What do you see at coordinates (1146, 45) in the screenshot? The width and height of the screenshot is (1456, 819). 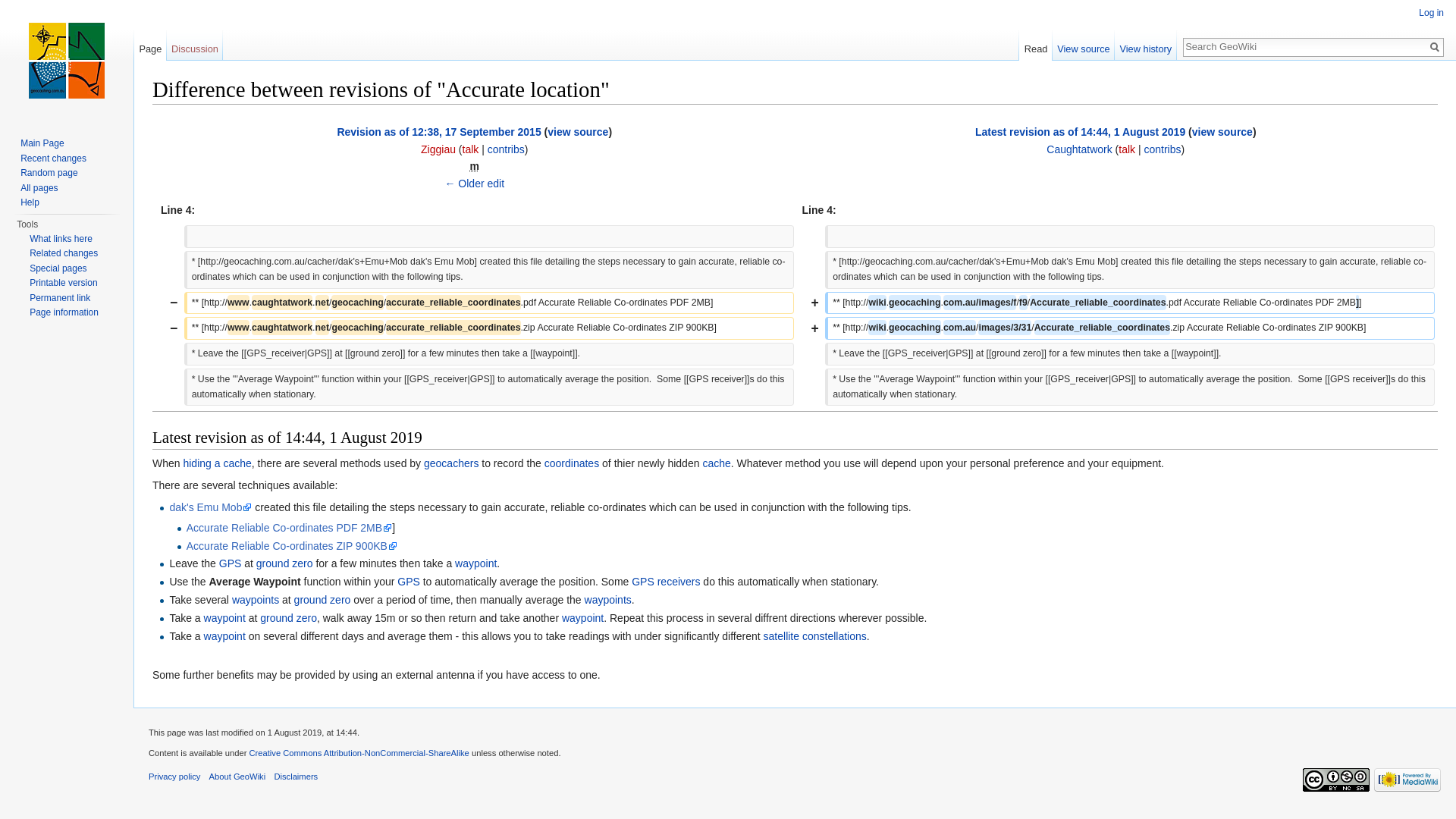 I see `'View history'` at bounding box center [1146, 45].